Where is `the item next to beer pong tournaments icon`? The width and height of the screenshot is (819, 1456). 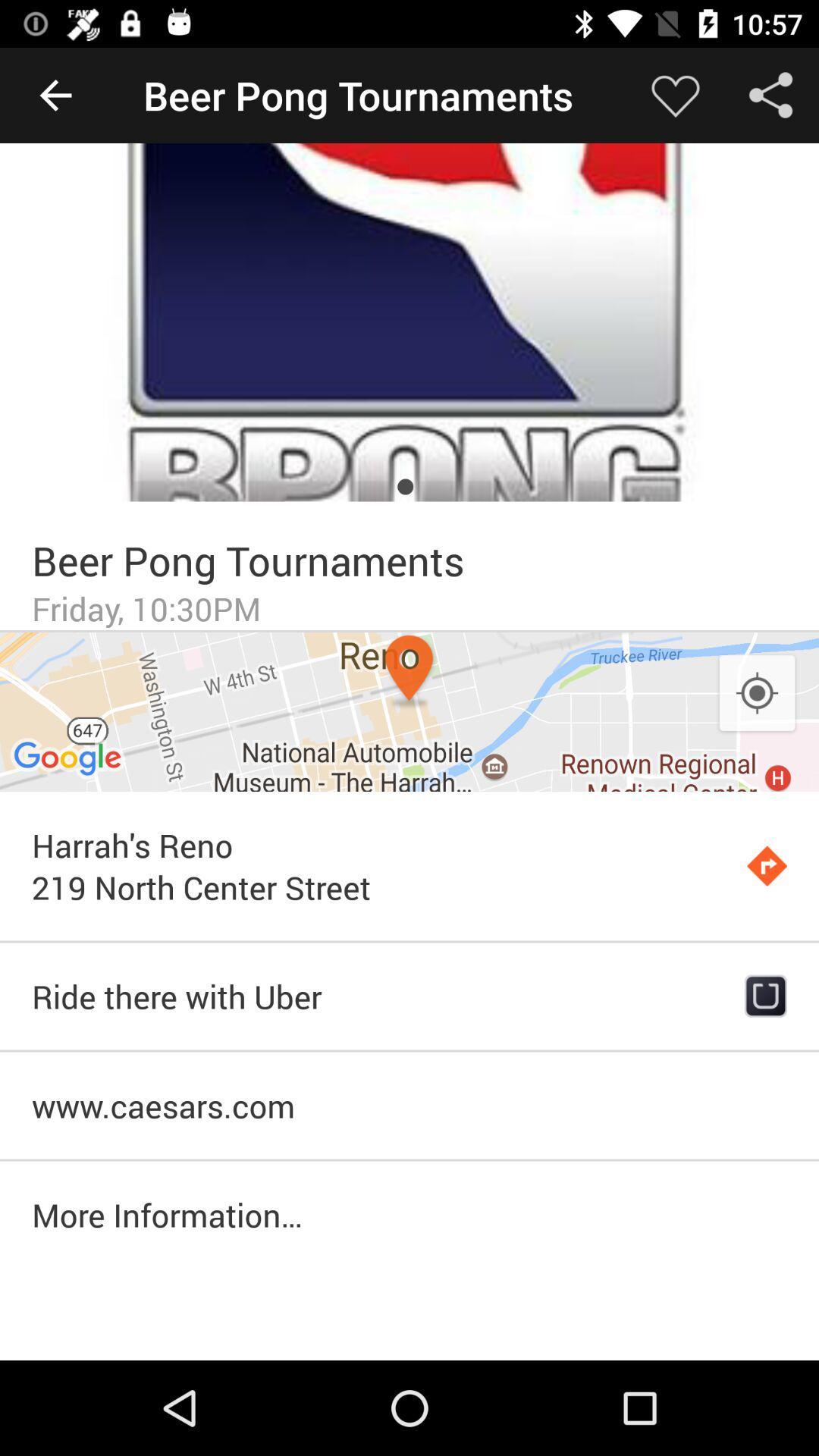
the item next to beer pong tournaments icon is located at coordinates (55, 94).